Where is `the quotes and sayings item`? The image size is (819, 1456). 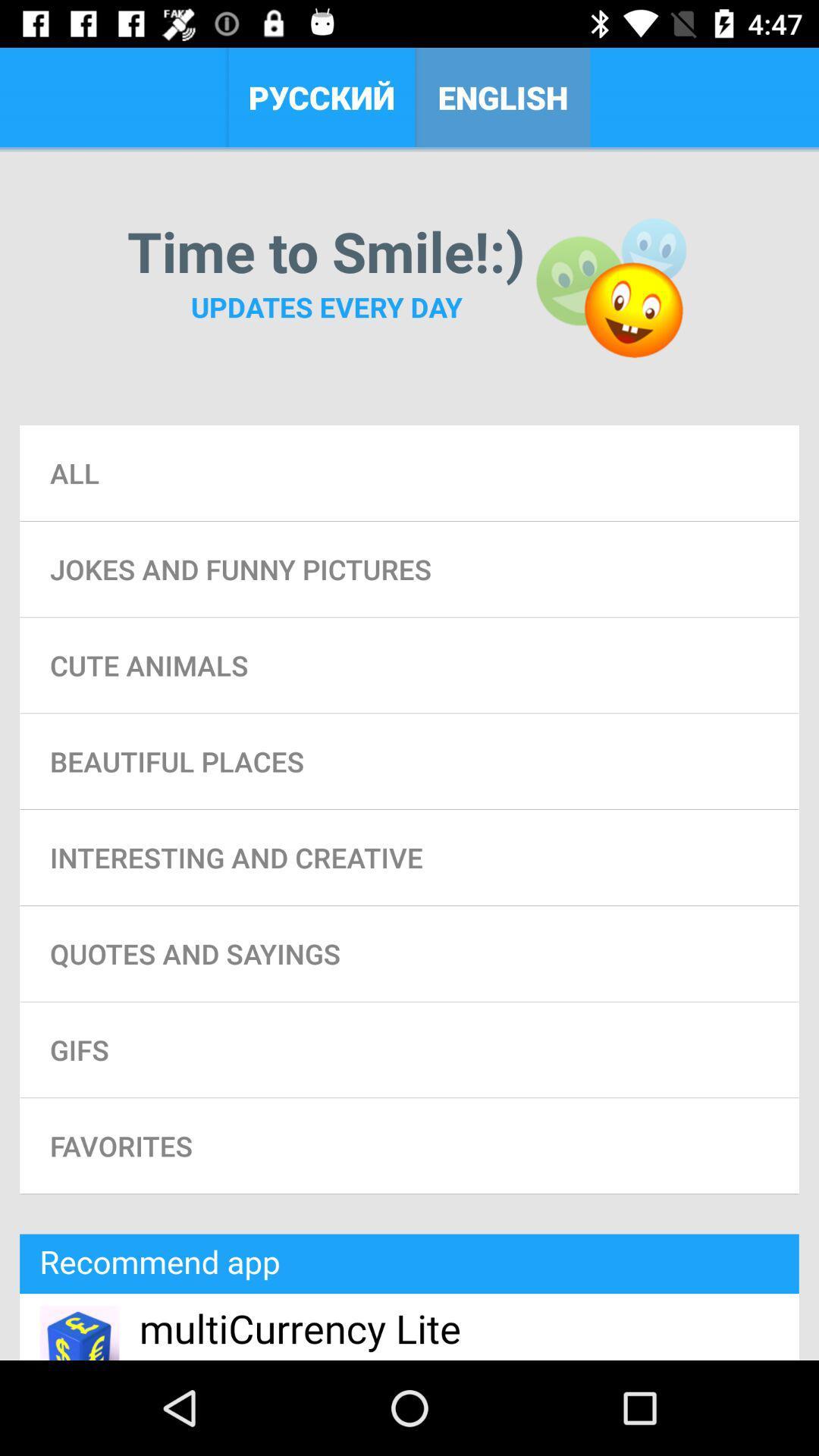
the quotes and sayings item is located at coordinates (409, 952).